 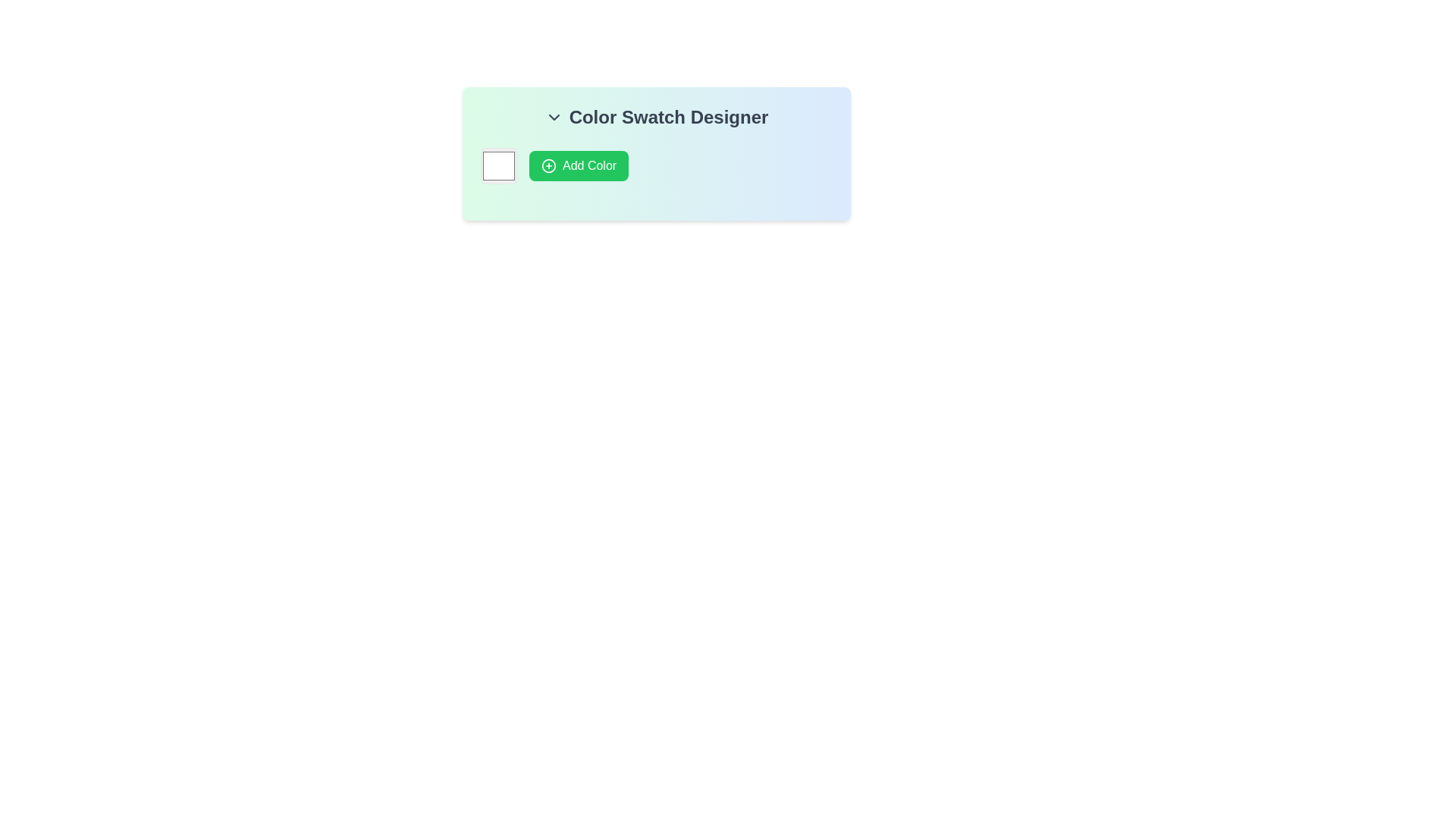 I want to click on the text label reading 'Color Swatch Designer', which is styled in bold and centered above a gradient background, so click(x=656, y=116).